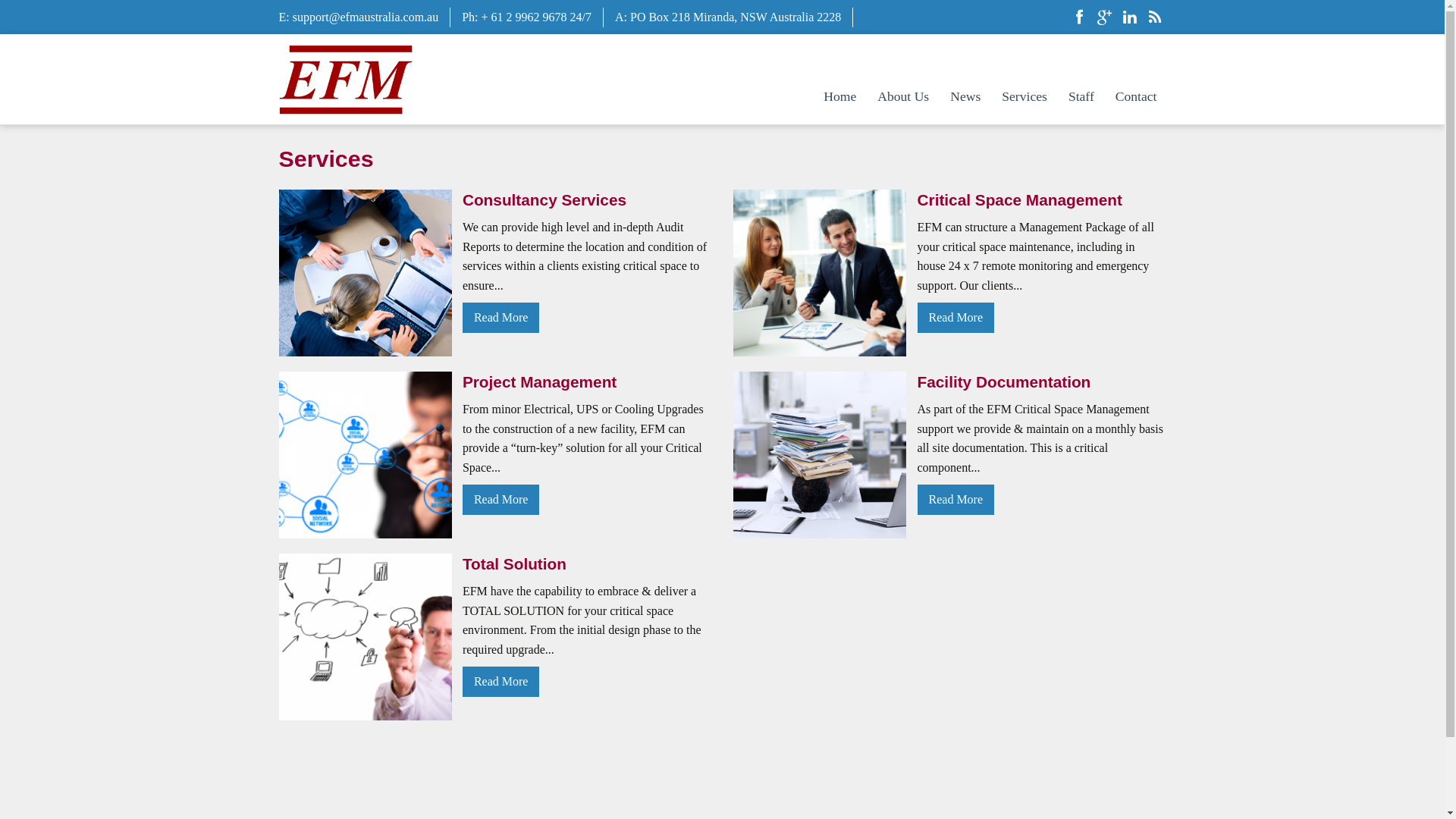 The width and height of the screenshot is (1456, 819). I want to click on 'Home', so click(839, 96).